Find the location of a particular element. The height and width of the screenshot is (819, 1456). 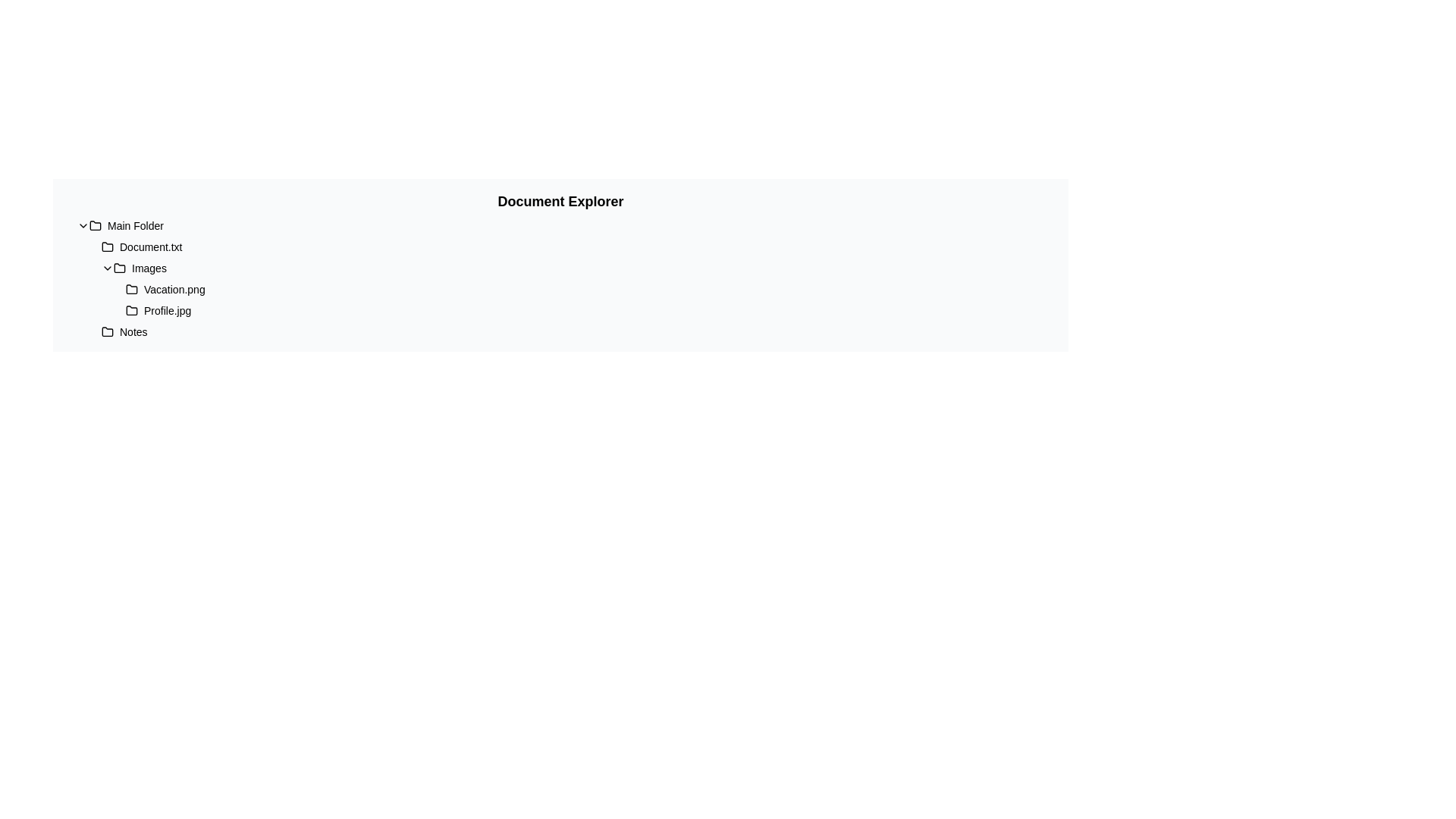

the icon-based toggle button is located at coordinates (107, 268).